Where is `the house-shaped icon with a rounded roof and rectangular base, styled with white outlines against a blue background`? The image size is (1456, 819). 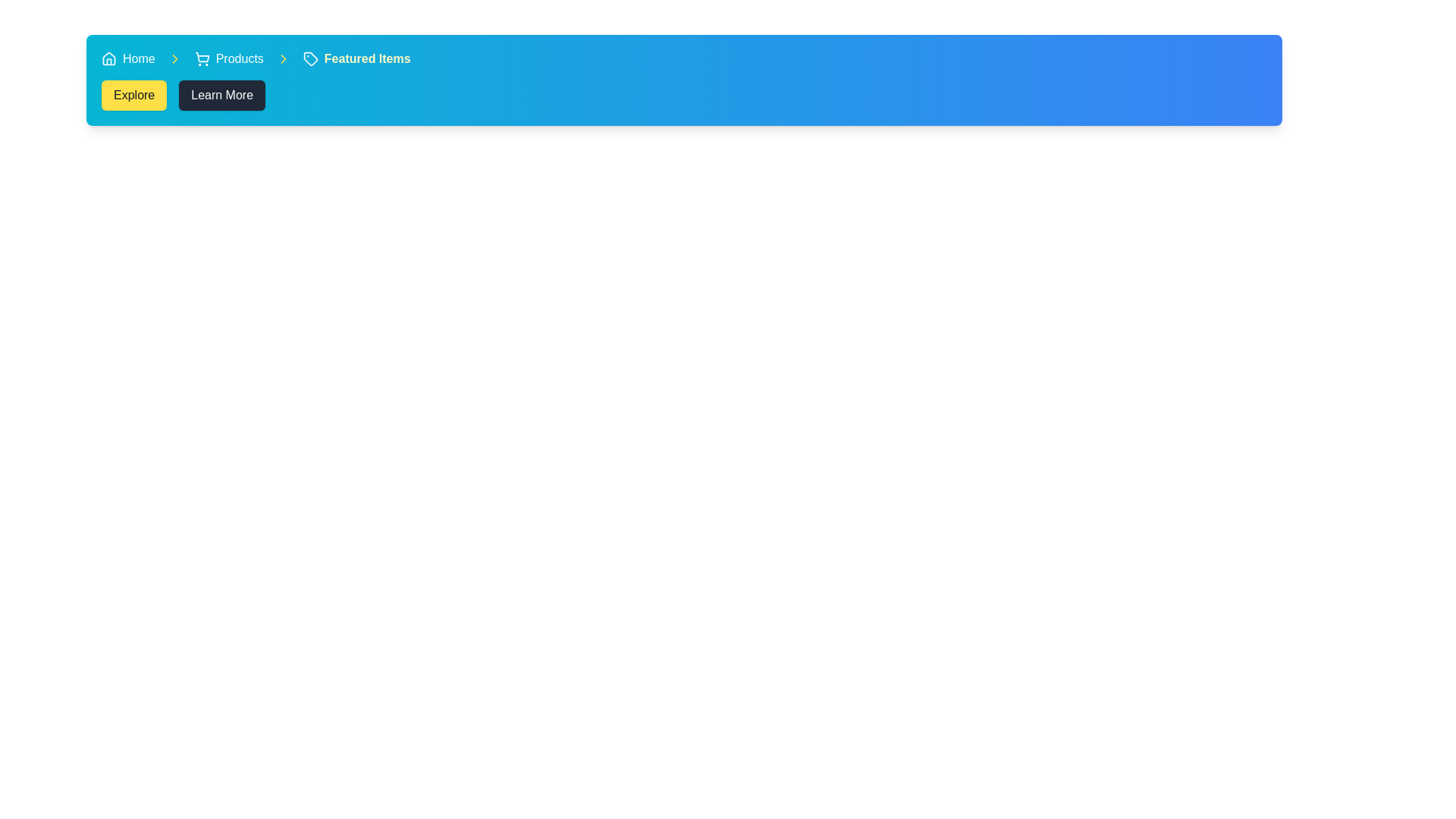 the house-shaped icon with a rounded roof and rectangular base, styled with white outlines against a blue background is located at coordinates (108, 58).